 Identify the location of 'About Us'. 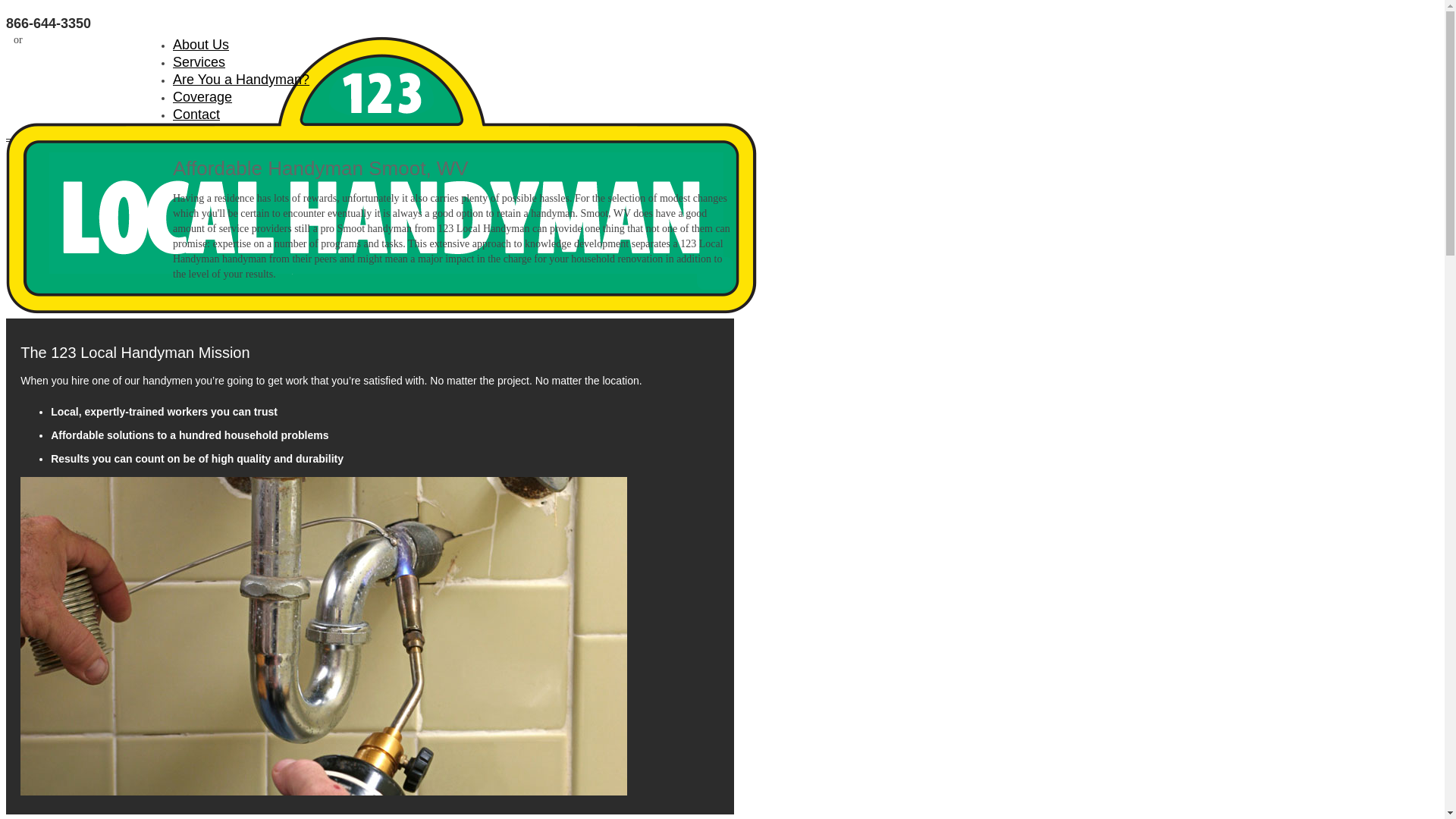
(199, 43).